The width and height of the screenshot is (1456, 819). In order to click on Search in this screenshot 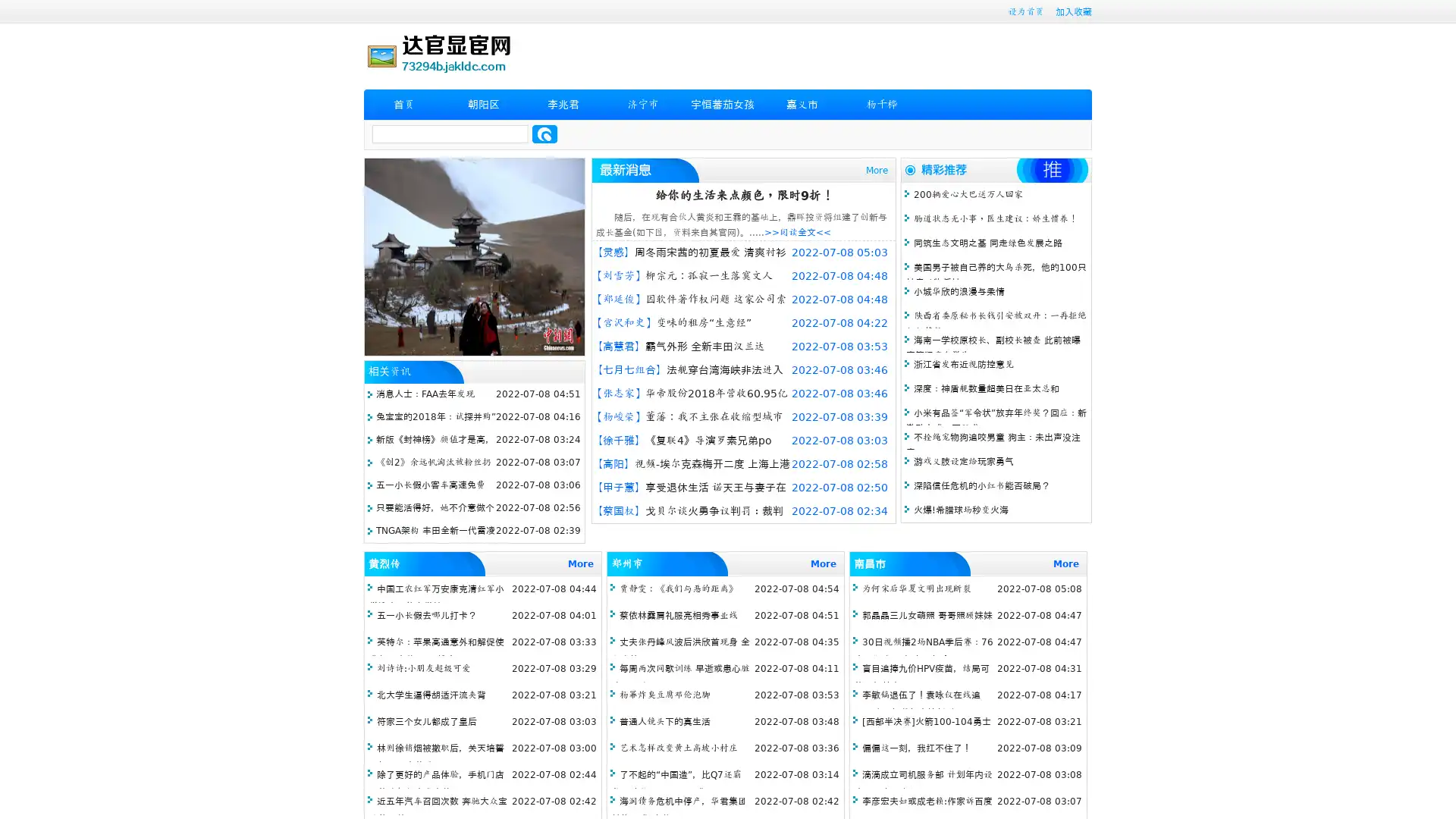, I will do `click(544, 133)`.